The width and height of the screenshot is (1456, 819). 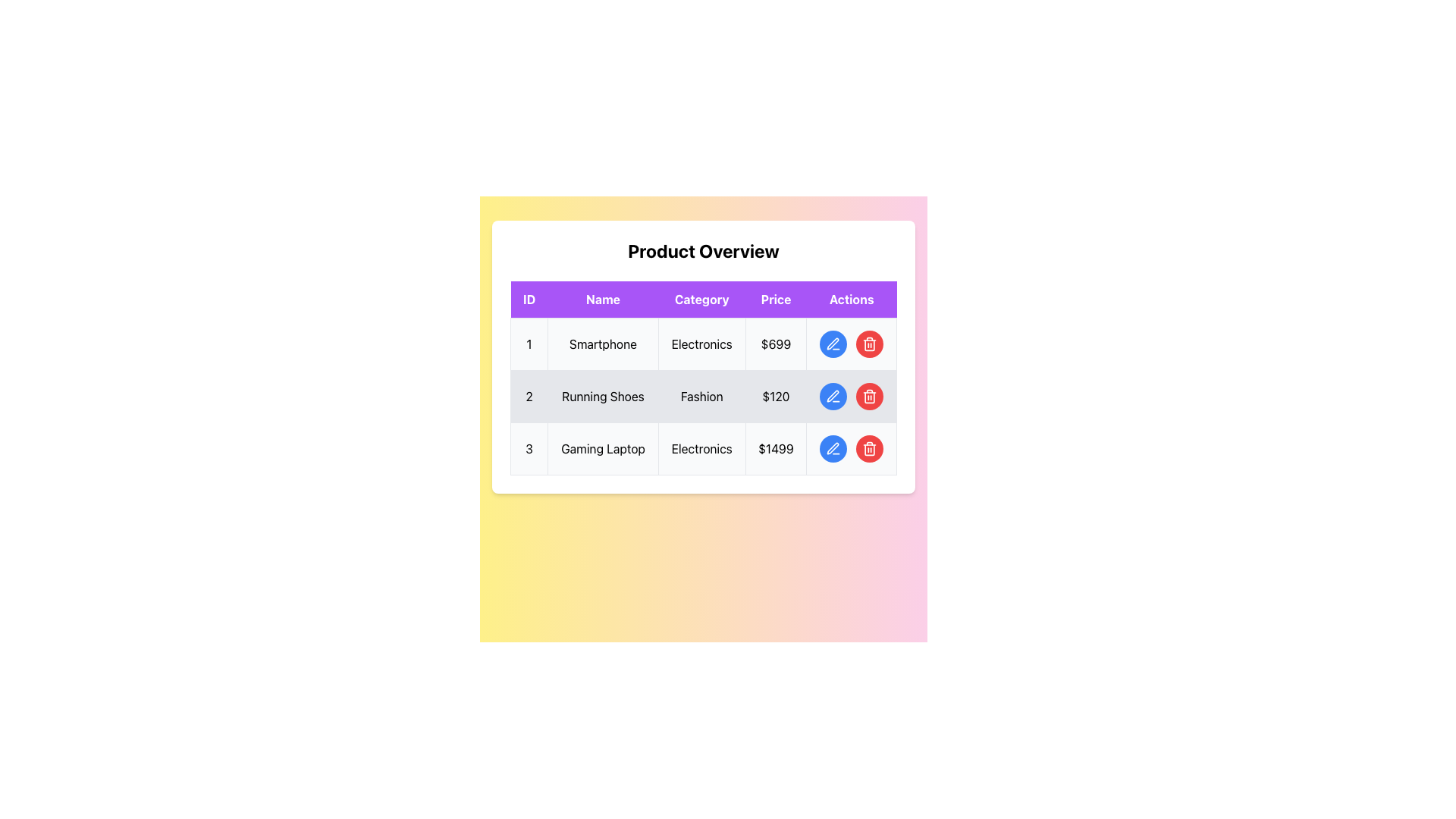 What do you see at coordinates (602, 300) in the screenshot?
I see `the static 'Name' header in the table, which is the second cell in the header row, located between the 'ID' and 'Category' columns` at bounding box center [602, 300].